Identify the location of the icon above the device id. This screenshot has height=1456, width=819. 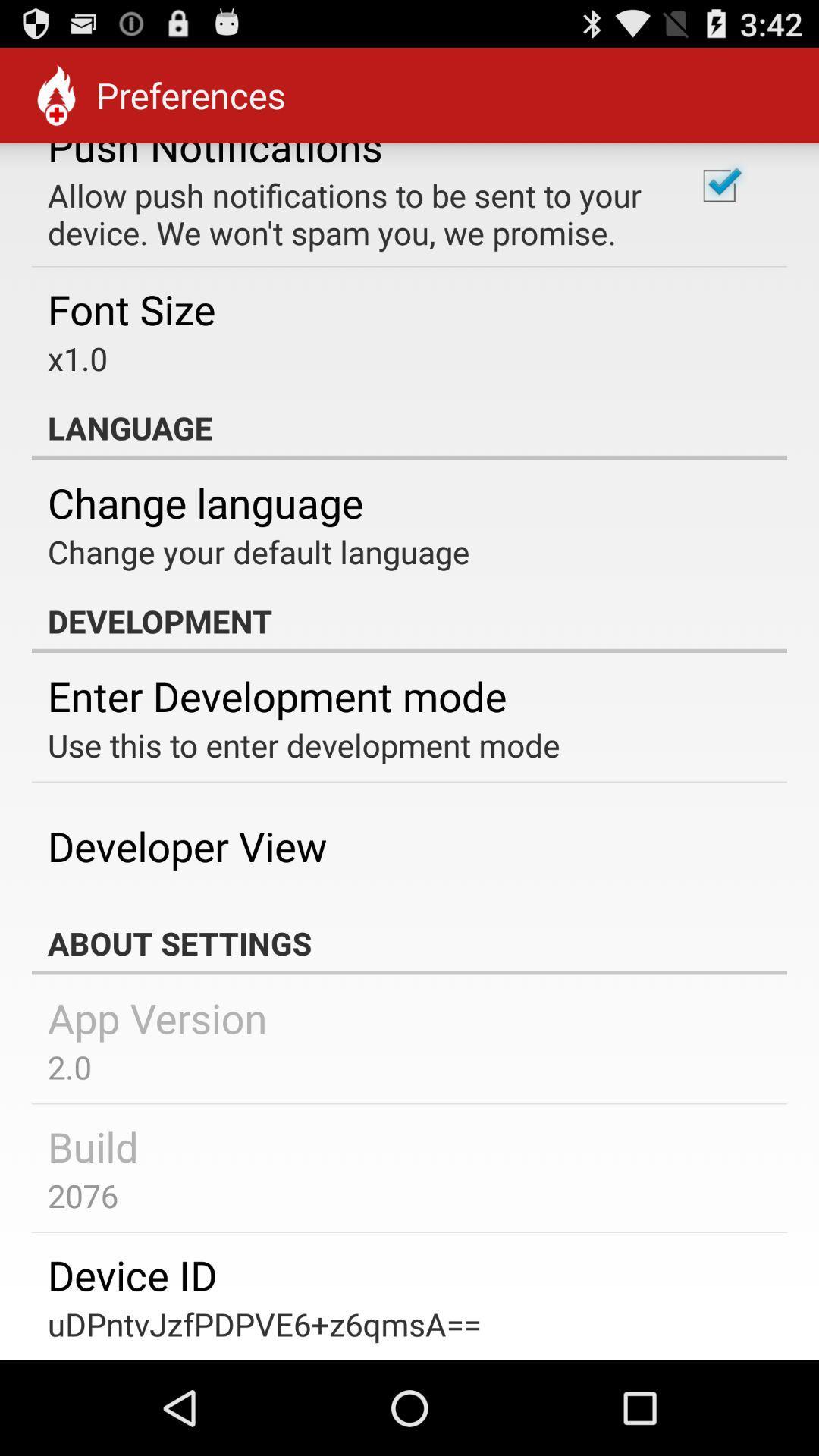
(83, 1194).